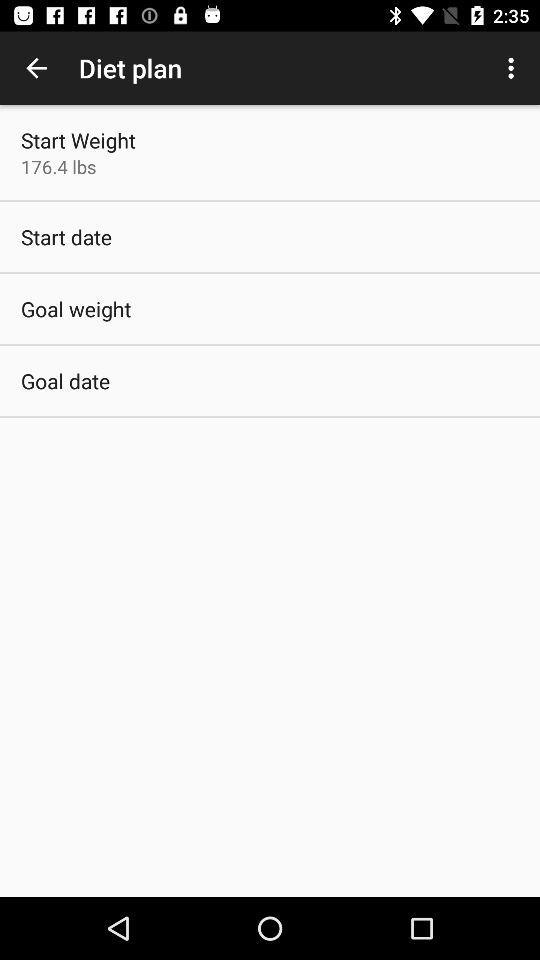 The image size is (540, 960). What do you see at coordinates (513, 68) in the screenshot?
I see `icon to the right of the diet plan item` at bounding box center [513, 68].